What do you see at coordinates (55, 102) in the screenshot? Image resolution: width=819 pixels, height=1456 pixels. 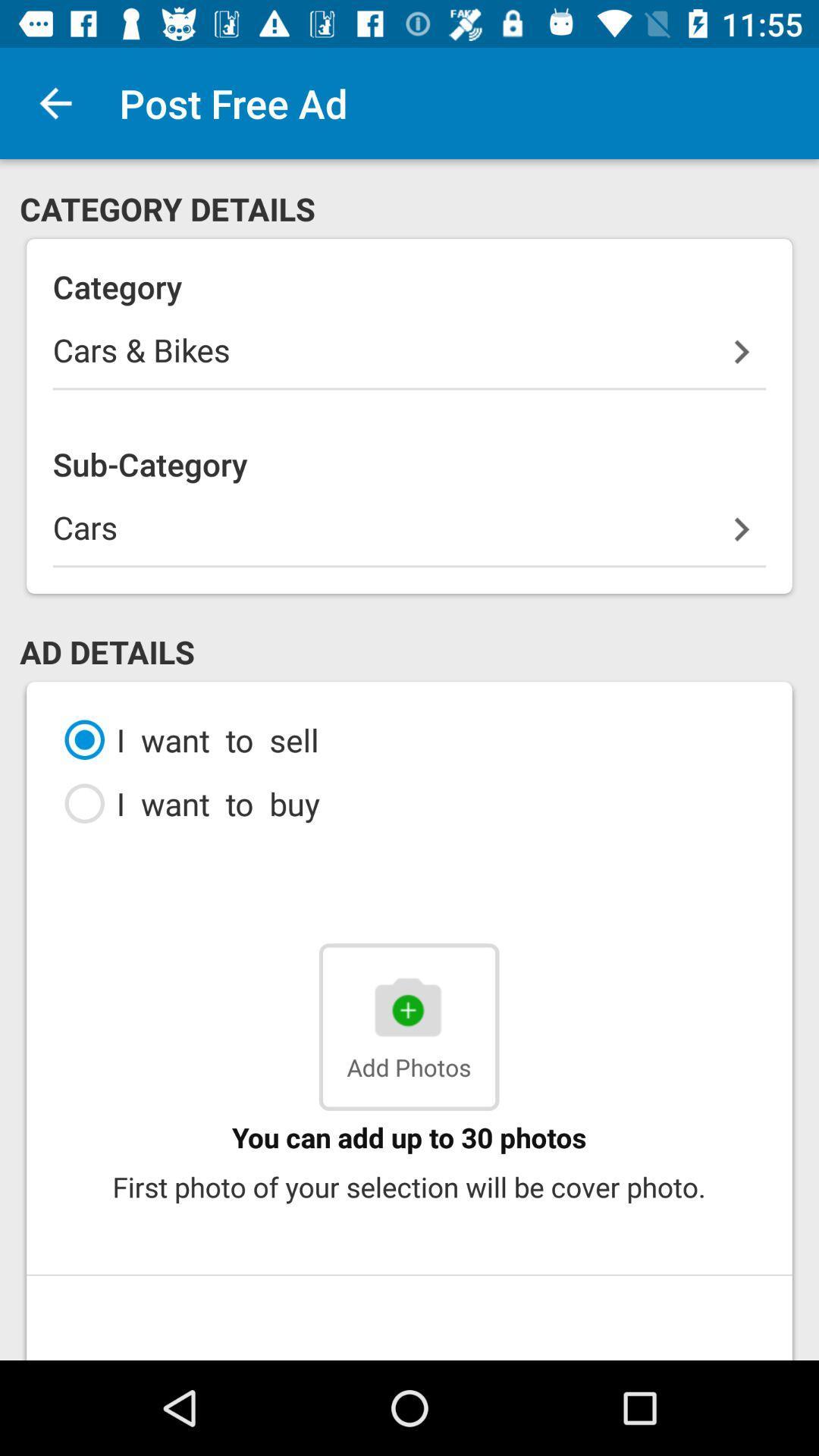 I see `item to the left of the post free ad` at bounding box center [55, 102].